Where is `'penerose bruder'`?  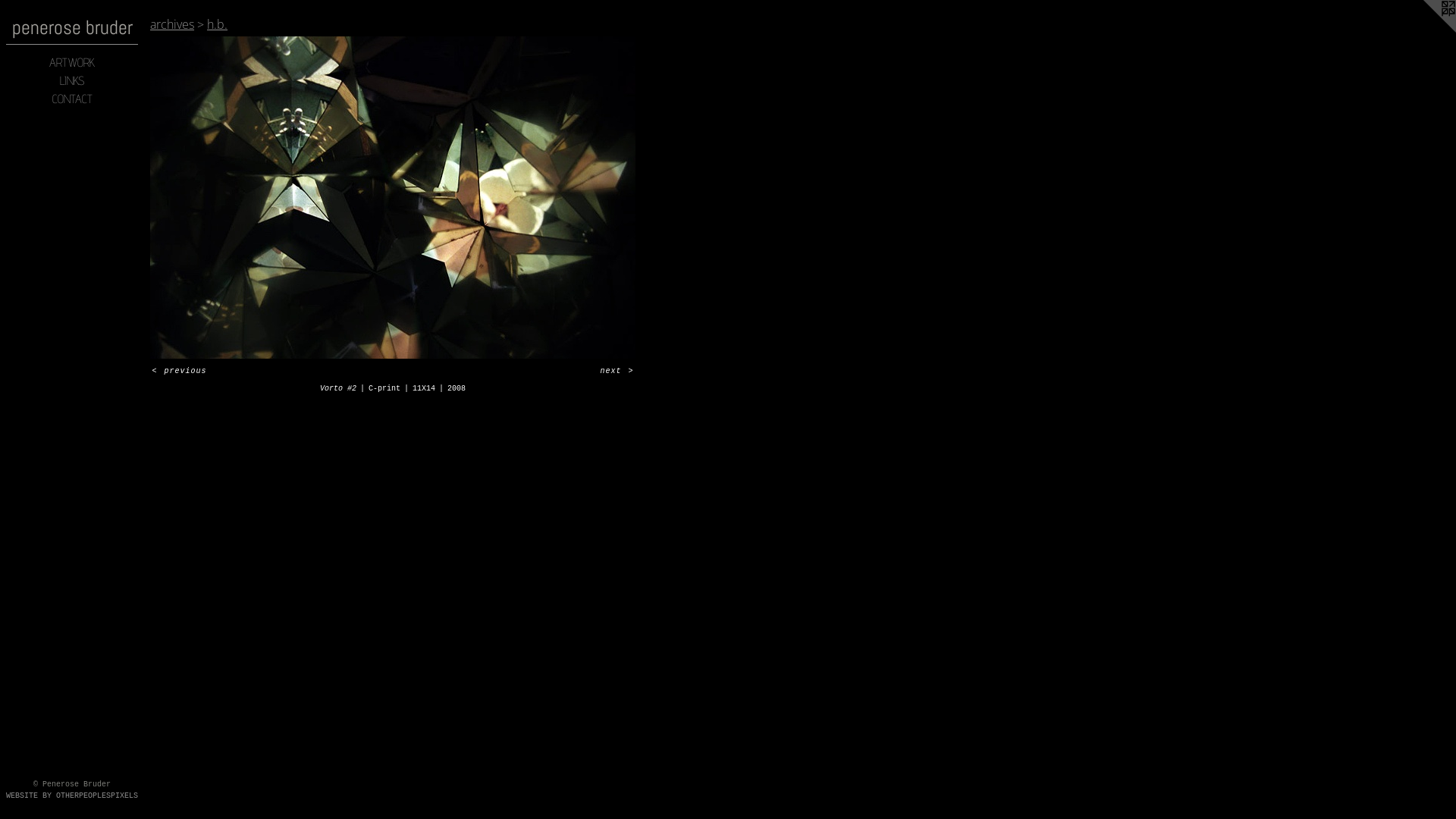 'penerose bruder' is located at coordinates (71, 27).